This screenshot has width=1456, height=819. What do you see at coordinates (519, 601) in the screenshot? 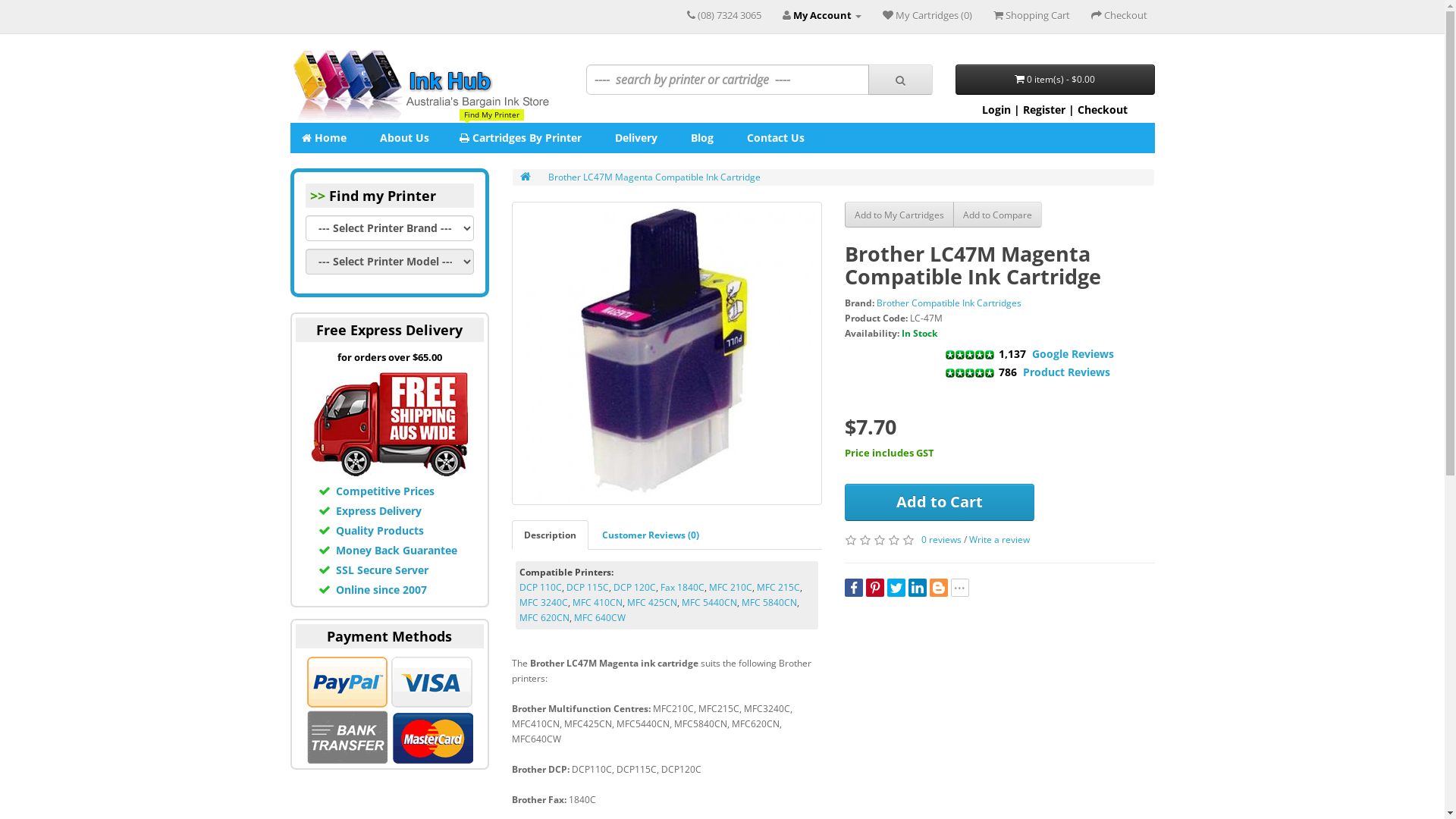
I see `'MFC 3240C'` at bounding box center [519, 601].